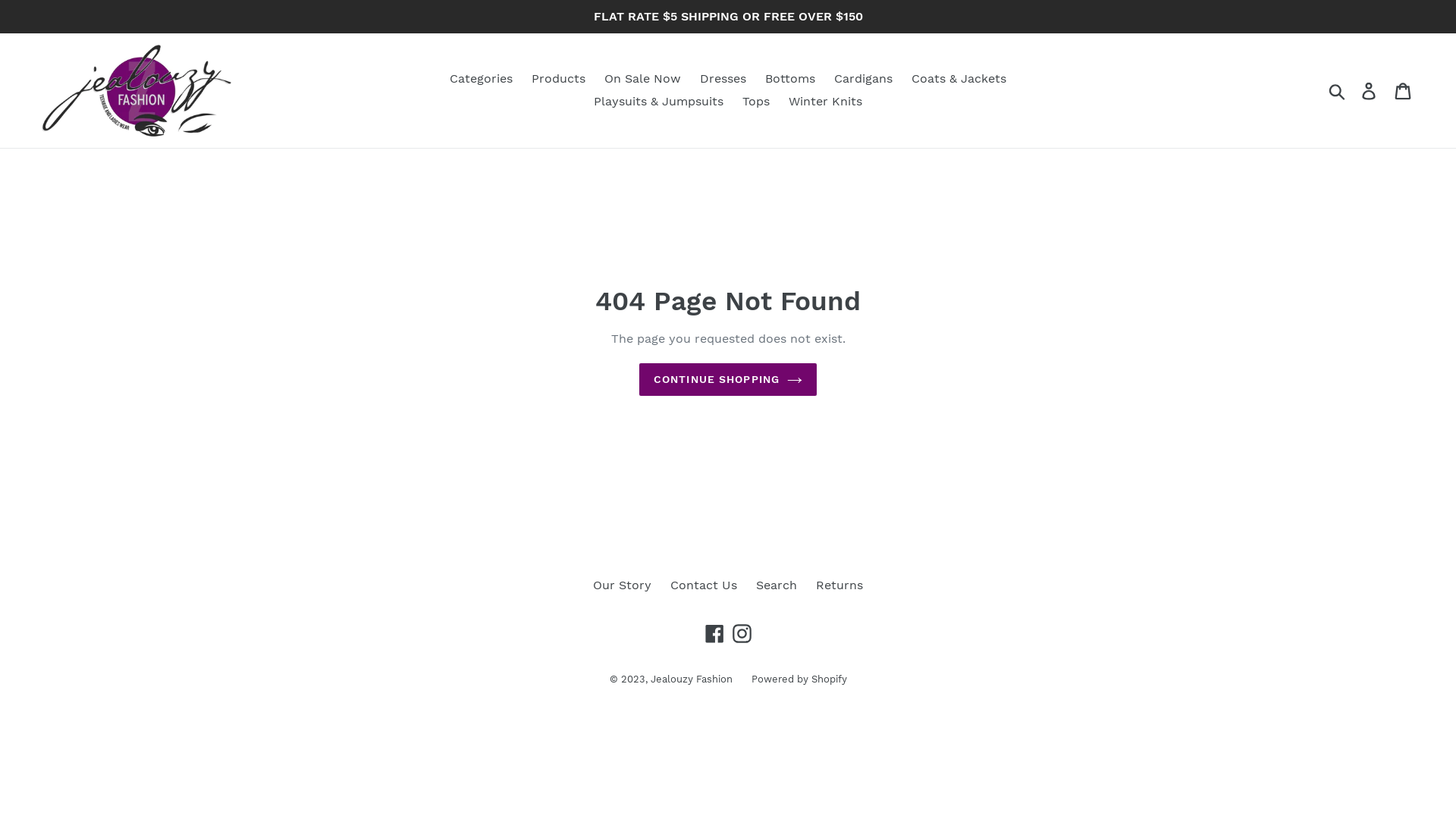  What do you see at coordinates (713, 632) in the screenshot?
I see `'Facebook'` at bounding box center [713, 632].